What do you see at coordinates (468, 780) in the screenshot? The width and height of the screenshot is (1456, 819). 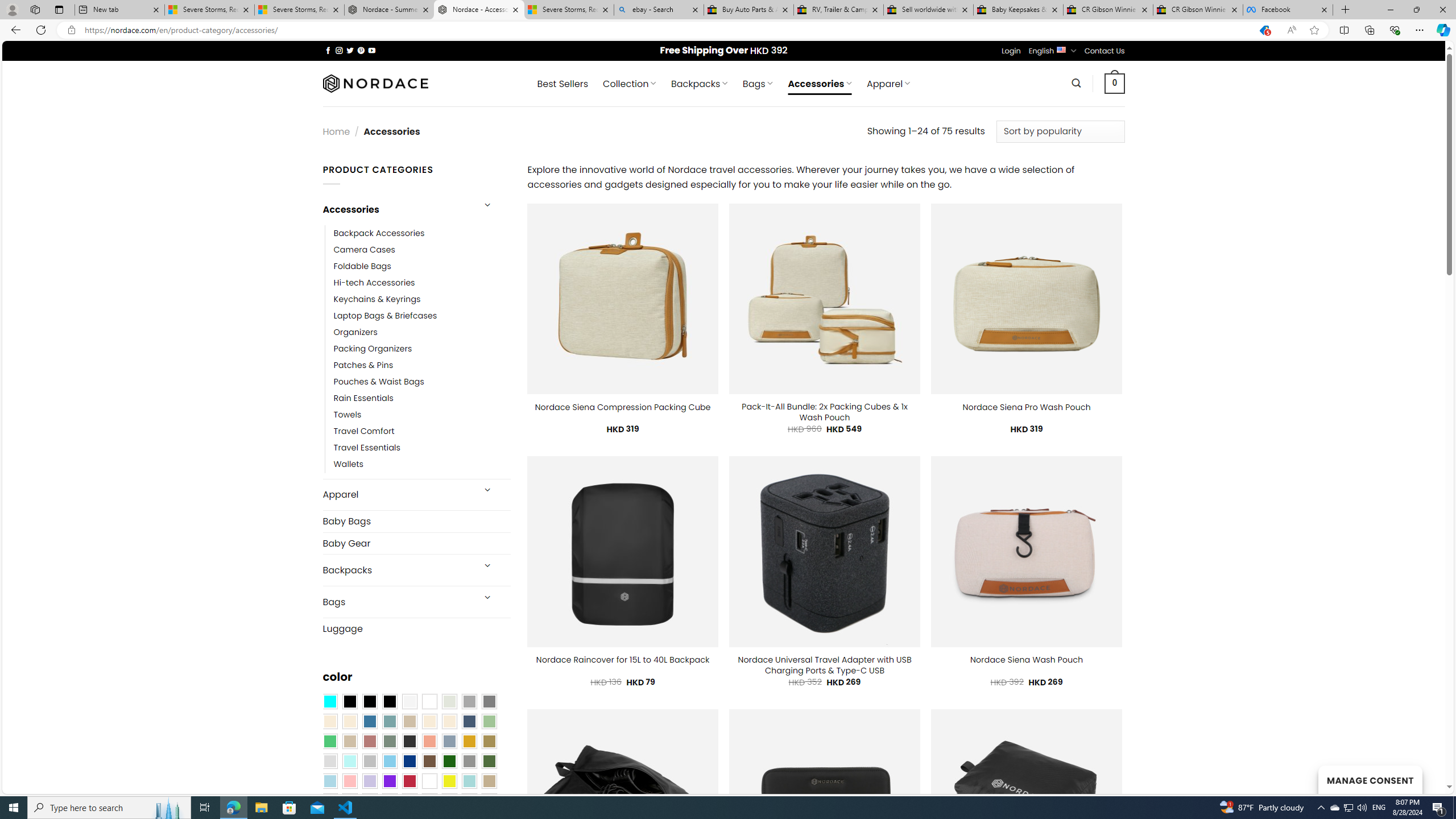 I see `'Aqua'` at bounding box center [468, 780].